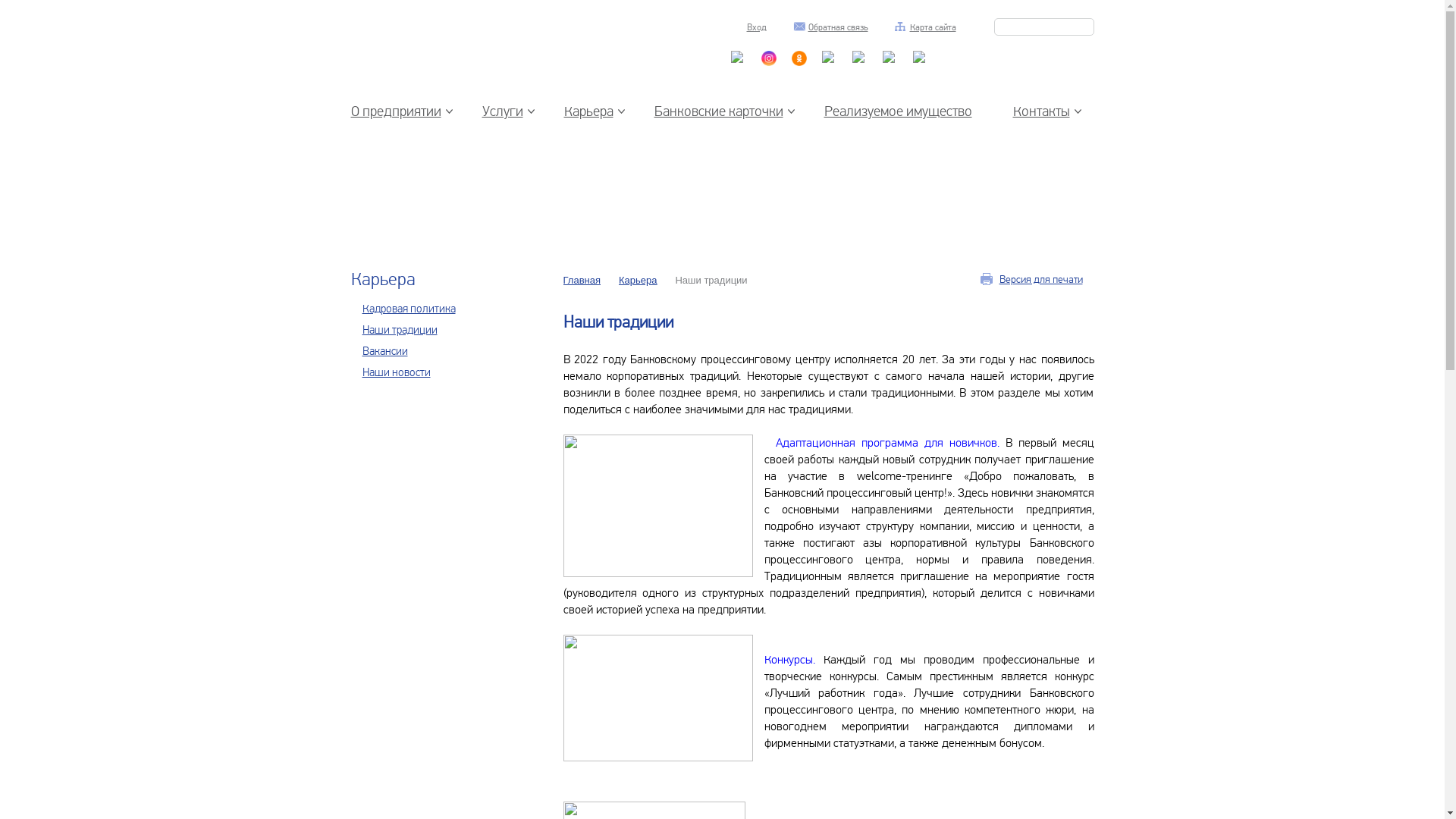  I want to click on 'Facebook', so click(890, 71).